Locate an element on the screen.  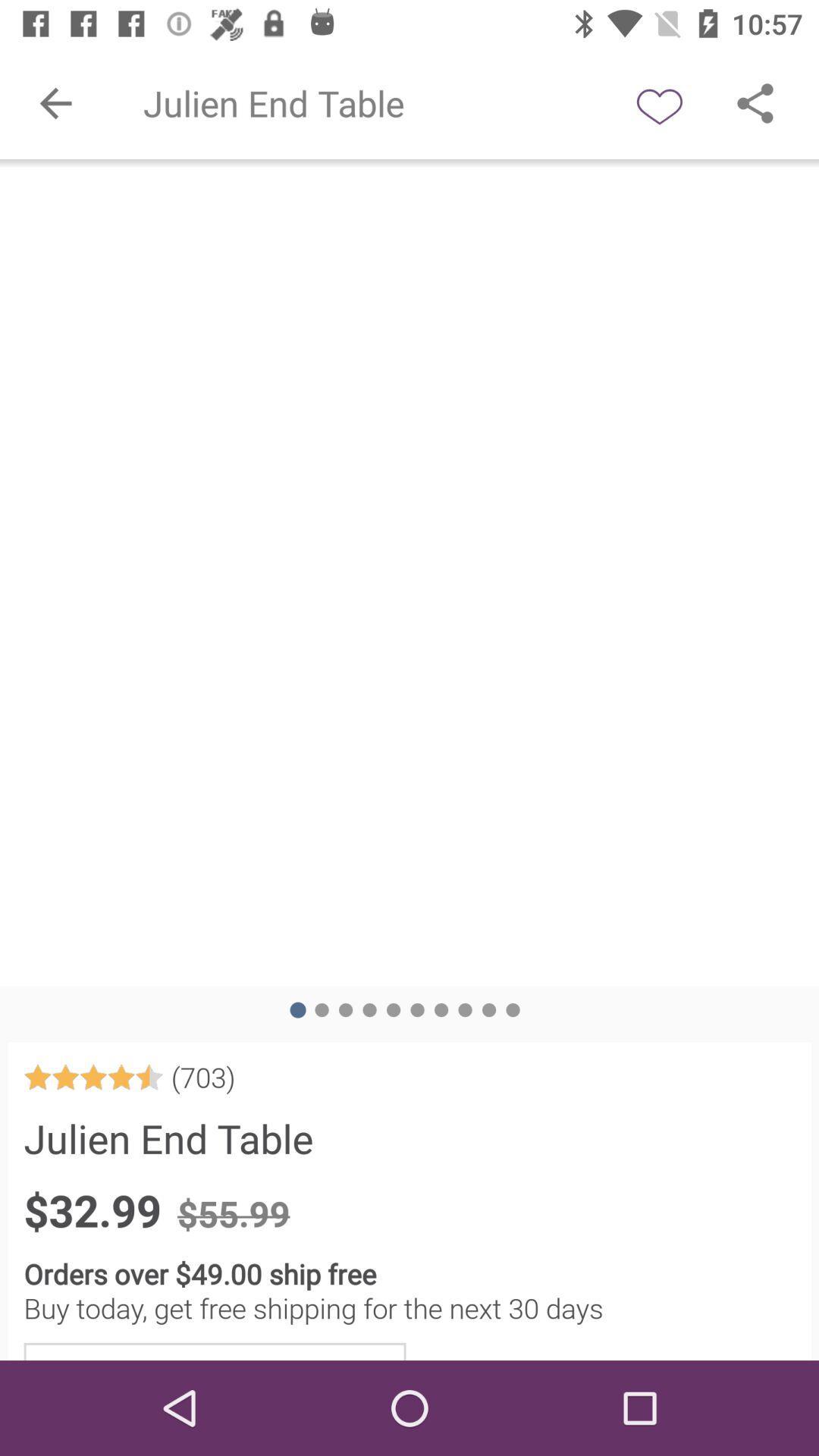
shre is located at coordinates (755, 102).